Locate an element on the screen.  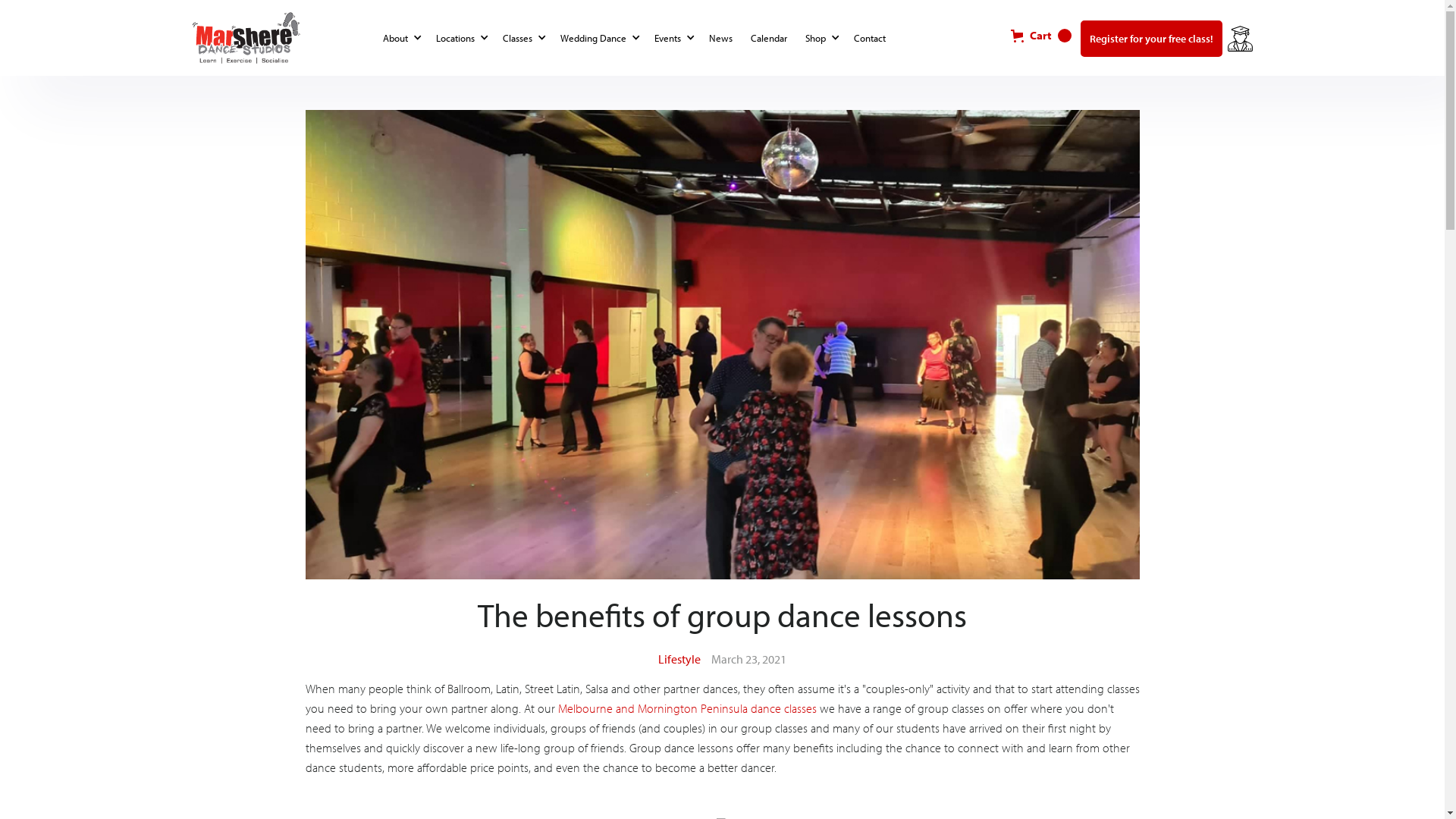
'Cart' is located at coordinates (1001, 34).